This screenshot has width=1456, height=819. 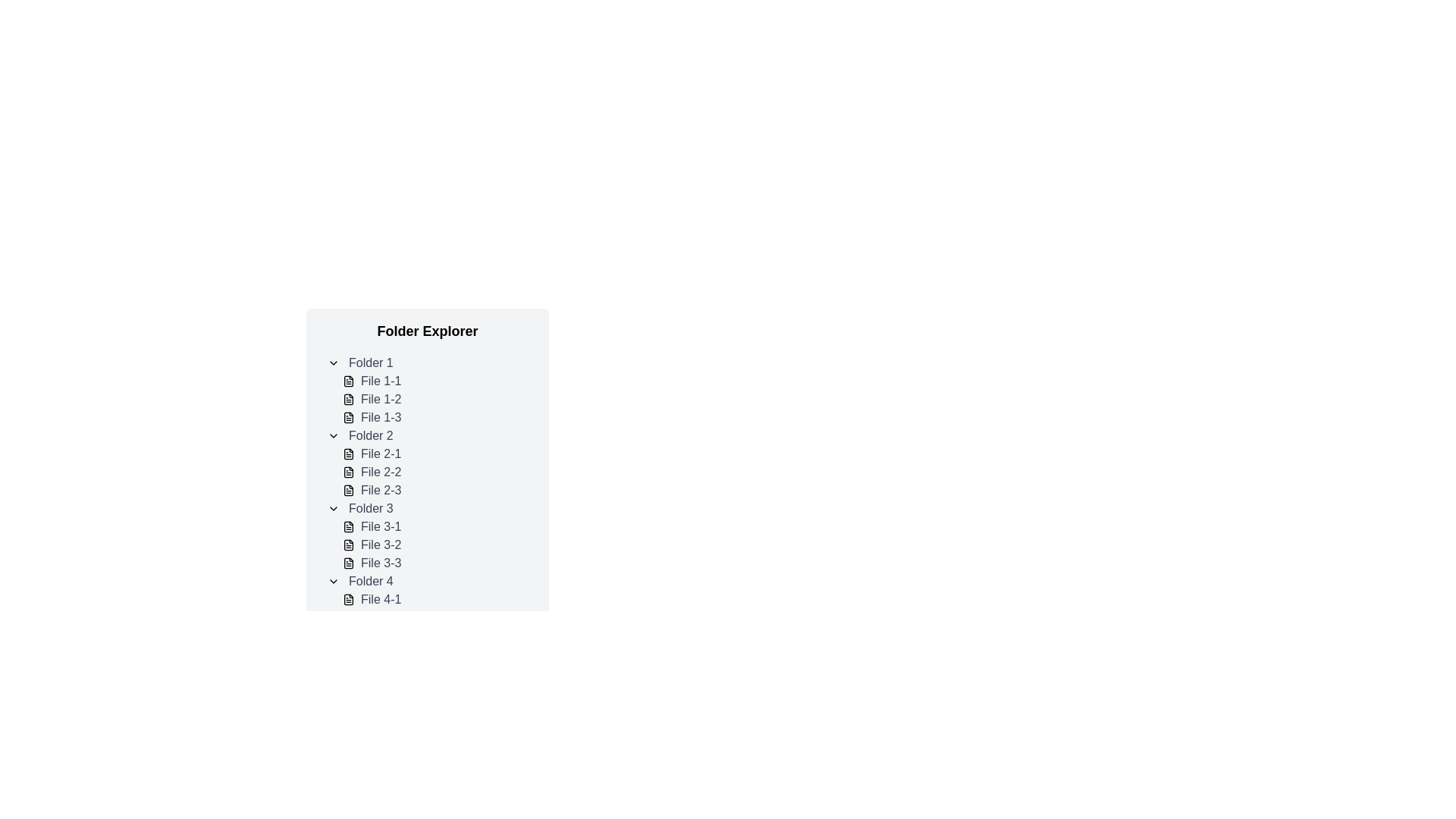 I want to click on the Chevron dropdown toggle icon for 'Folder 4', so click(x=333, y=581).